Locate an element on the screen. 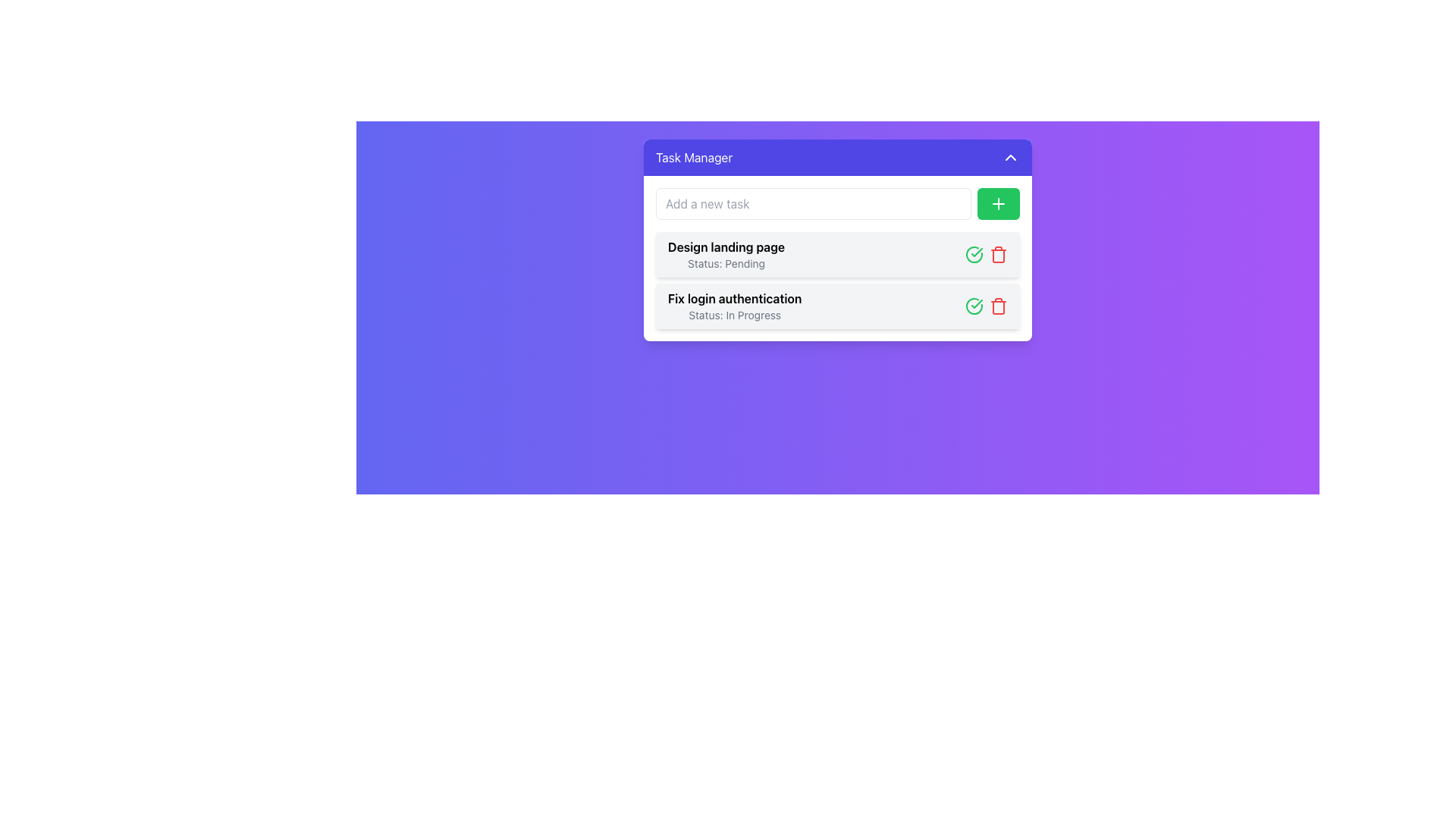 The width and height of the screenshot is (1456, 819). the completion icon located on the far right of the 'Fix login authentication' task row is located at coordinates (977, 251).